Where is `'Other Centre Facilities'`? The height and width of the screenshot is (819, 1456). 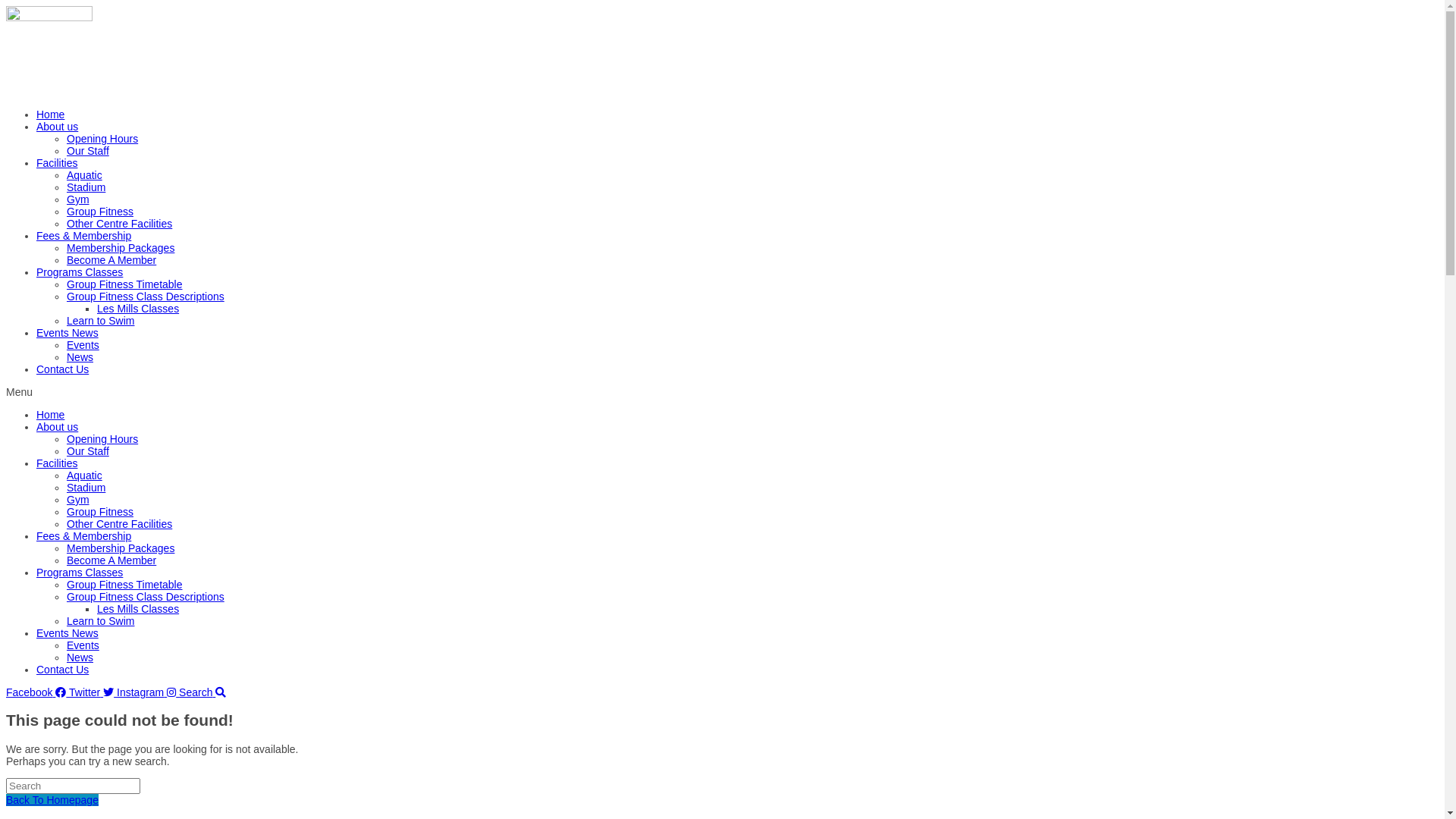
'Other Centre Facilities' is located at coordinates (118, 522).